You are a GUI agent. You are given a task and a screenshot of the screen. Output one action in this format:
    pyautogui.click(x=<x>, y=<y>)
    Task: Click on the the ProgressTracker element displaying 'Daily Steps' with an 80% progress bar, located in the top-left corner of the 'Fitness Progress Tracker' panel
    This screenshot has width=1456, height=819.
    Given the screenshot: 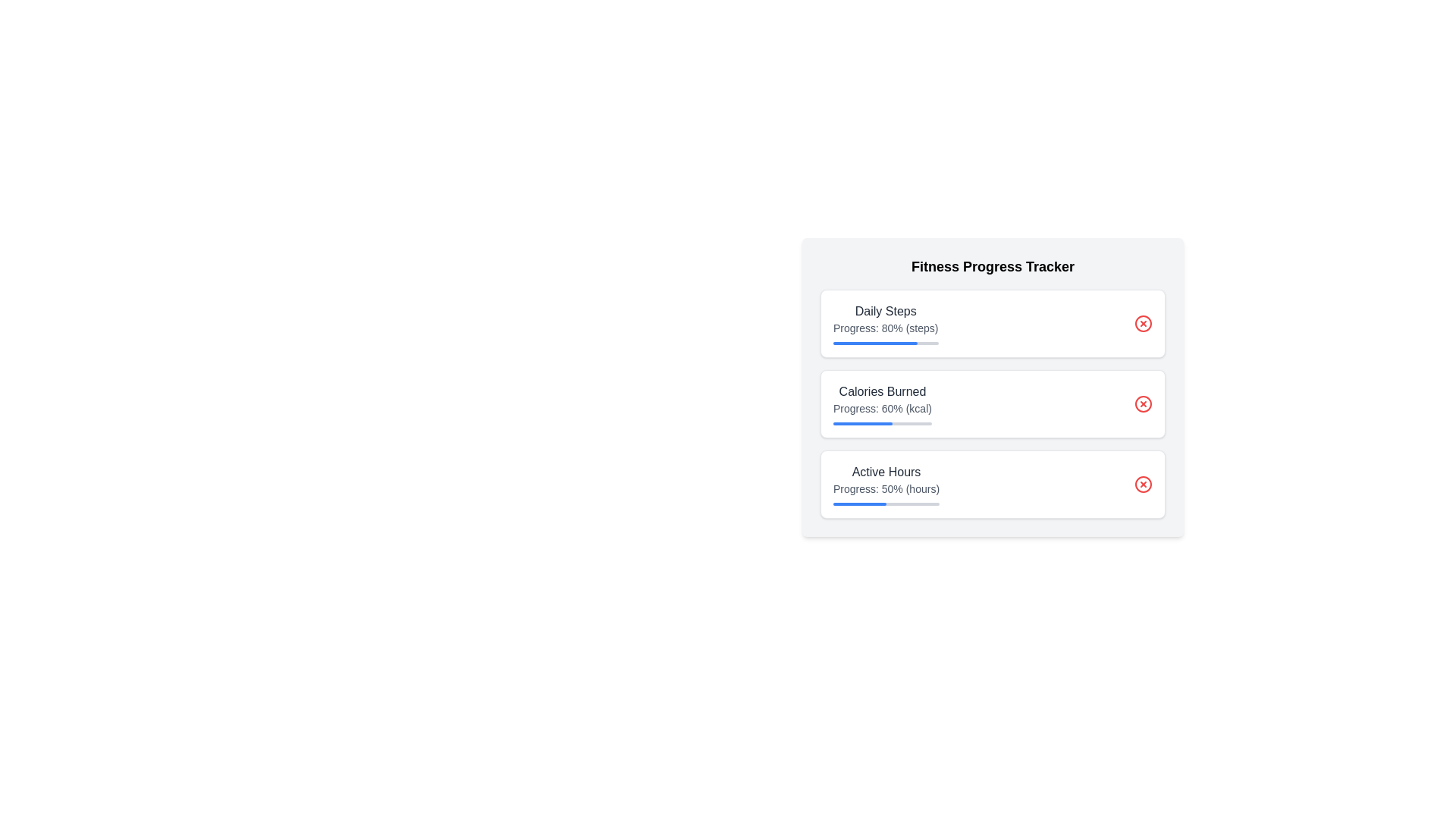 What is the action you would take?
    pyautogui.click(x=886, y=323)
    